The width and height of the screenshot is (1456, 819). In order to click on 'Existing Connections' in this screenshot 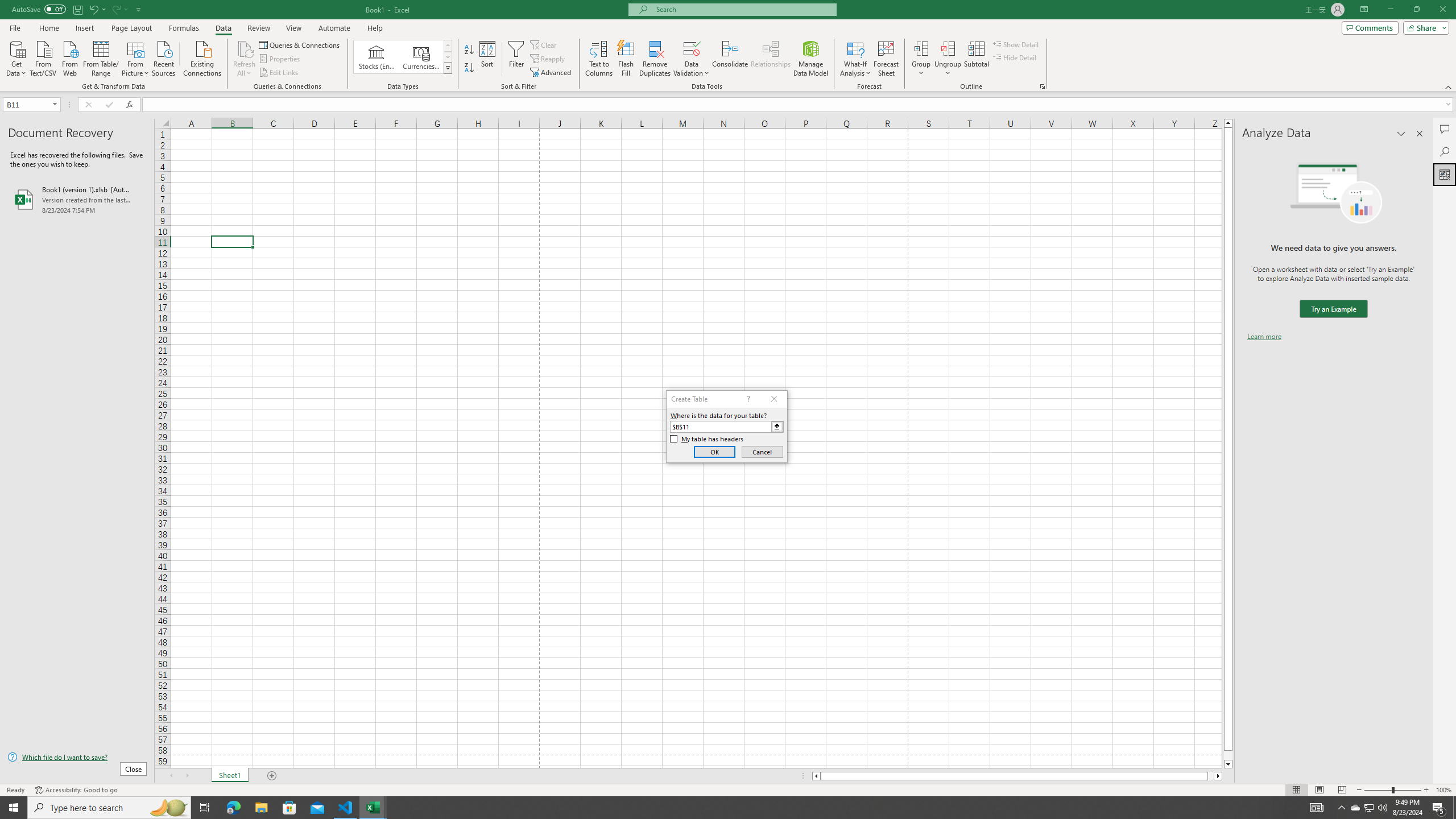, I will do `click(201, 57)`.